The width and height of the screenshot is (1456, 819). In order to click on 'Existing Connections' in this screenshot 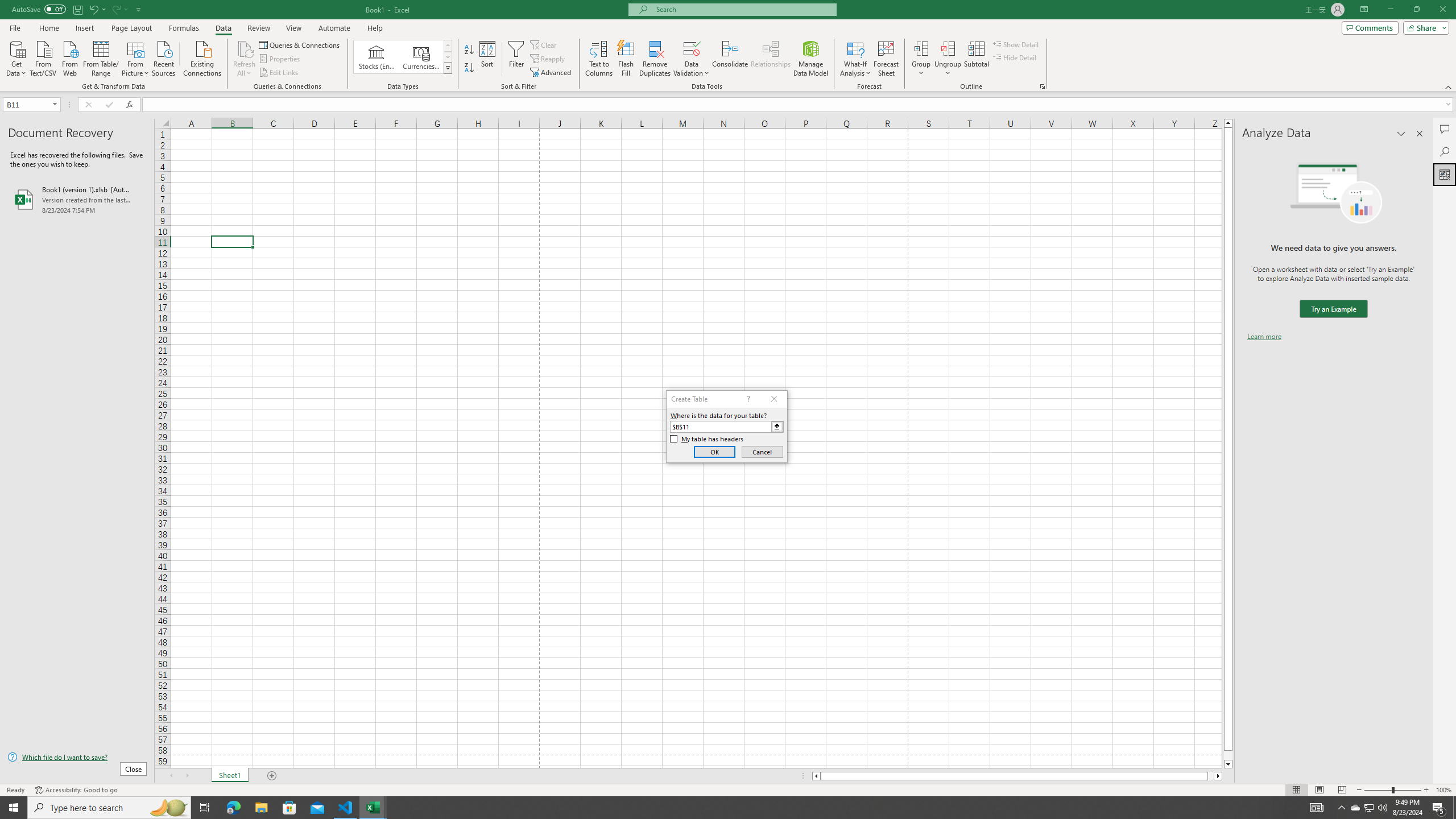, I will do `click(201, 57)`.